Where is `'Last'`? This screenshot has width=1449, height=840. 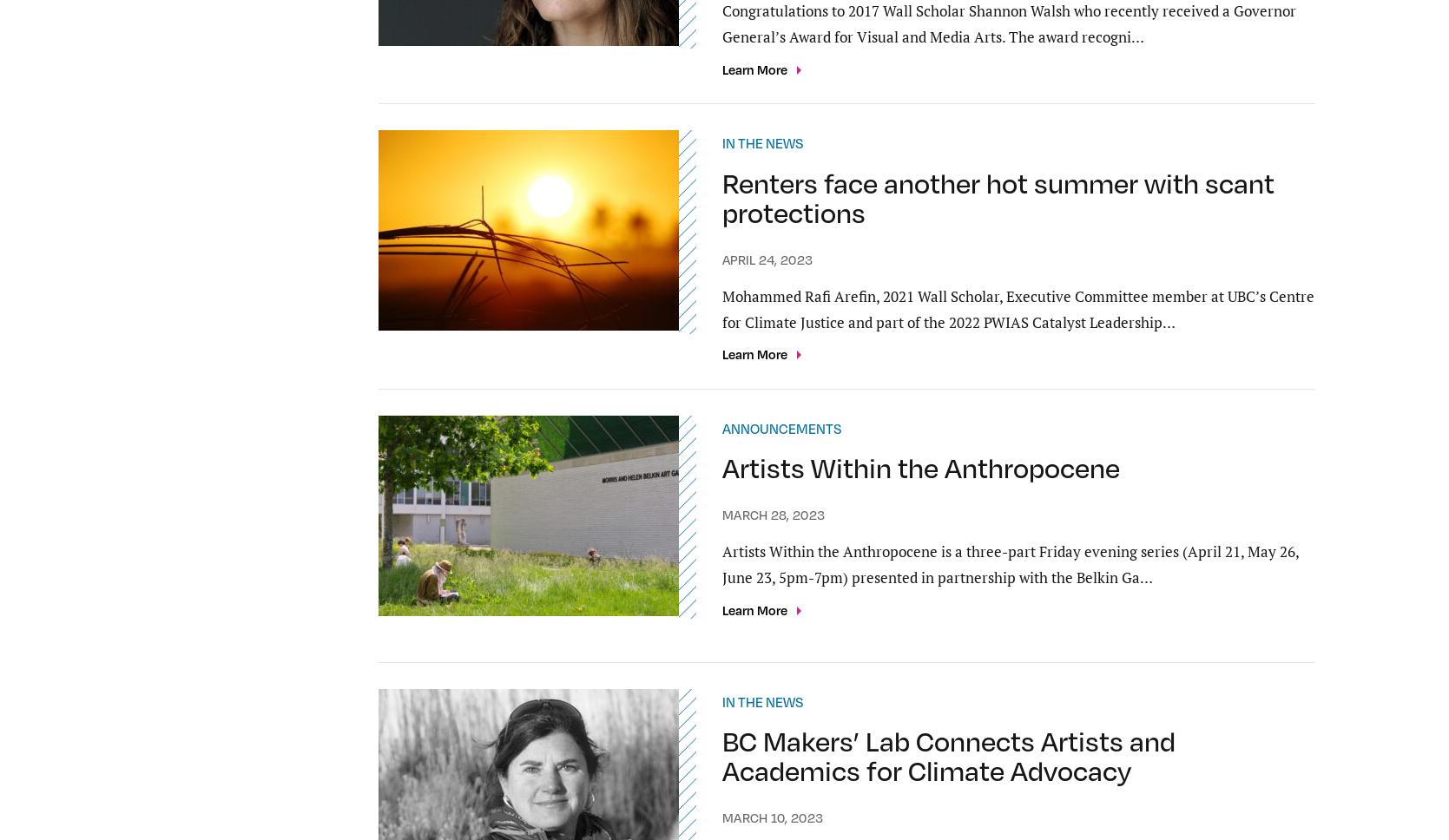 'Last' is located at coordinates (879, 578).